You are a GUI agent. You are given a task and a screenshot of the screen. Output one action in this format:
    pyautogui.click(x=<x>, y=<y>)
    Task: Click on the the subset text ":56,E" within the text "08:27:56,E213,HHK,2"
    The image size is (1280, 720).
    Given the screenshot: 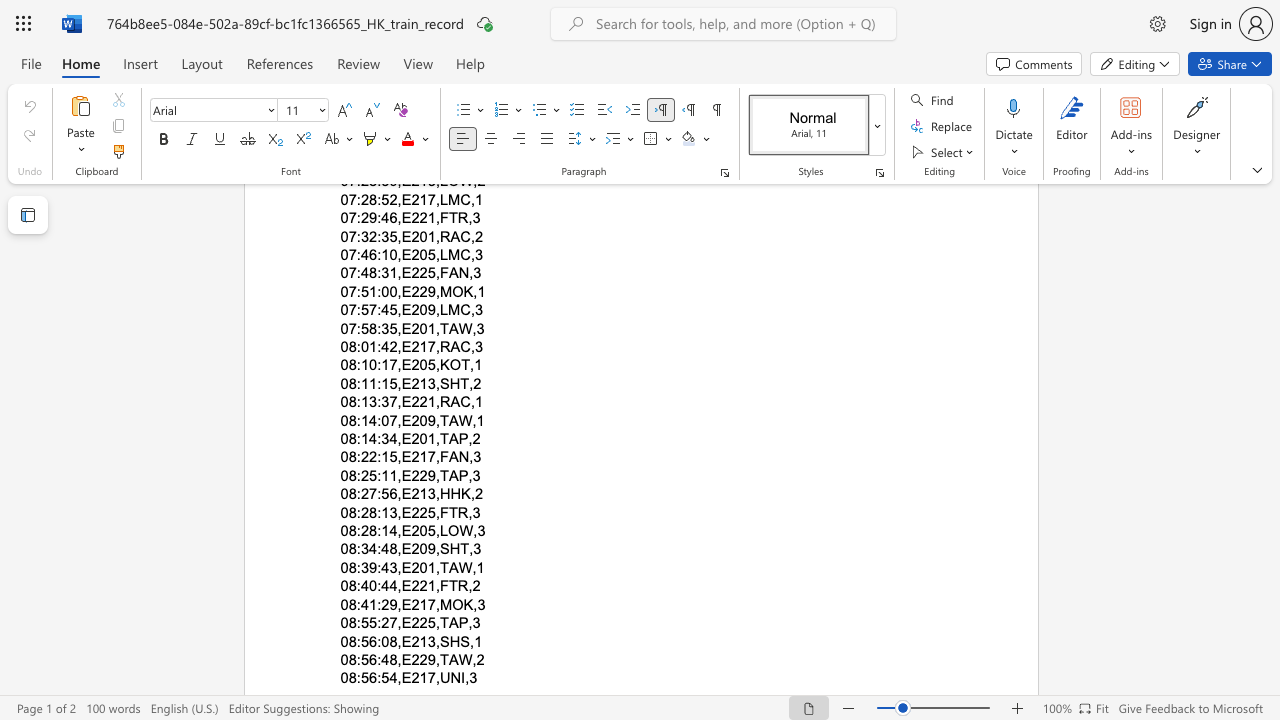 What is the action you would take?
    pyautogui.click(x=377, y=494)
    